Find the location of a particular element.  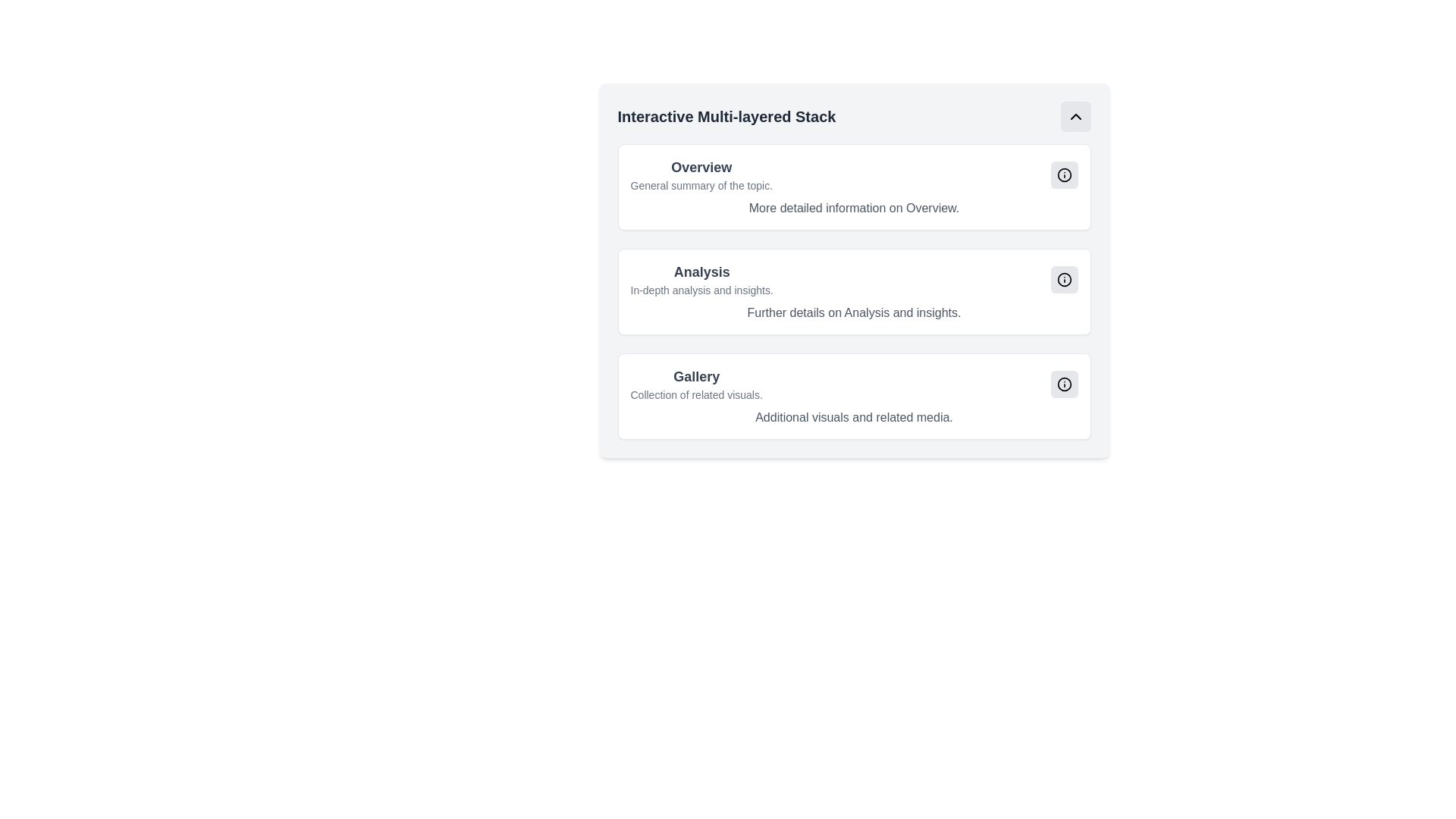

text label displaying 'Collection of related visuals.' located below the 'Gallery' heading in the 'Interactive Multi-layered Stack' interface is located at coordinates (695, 394).